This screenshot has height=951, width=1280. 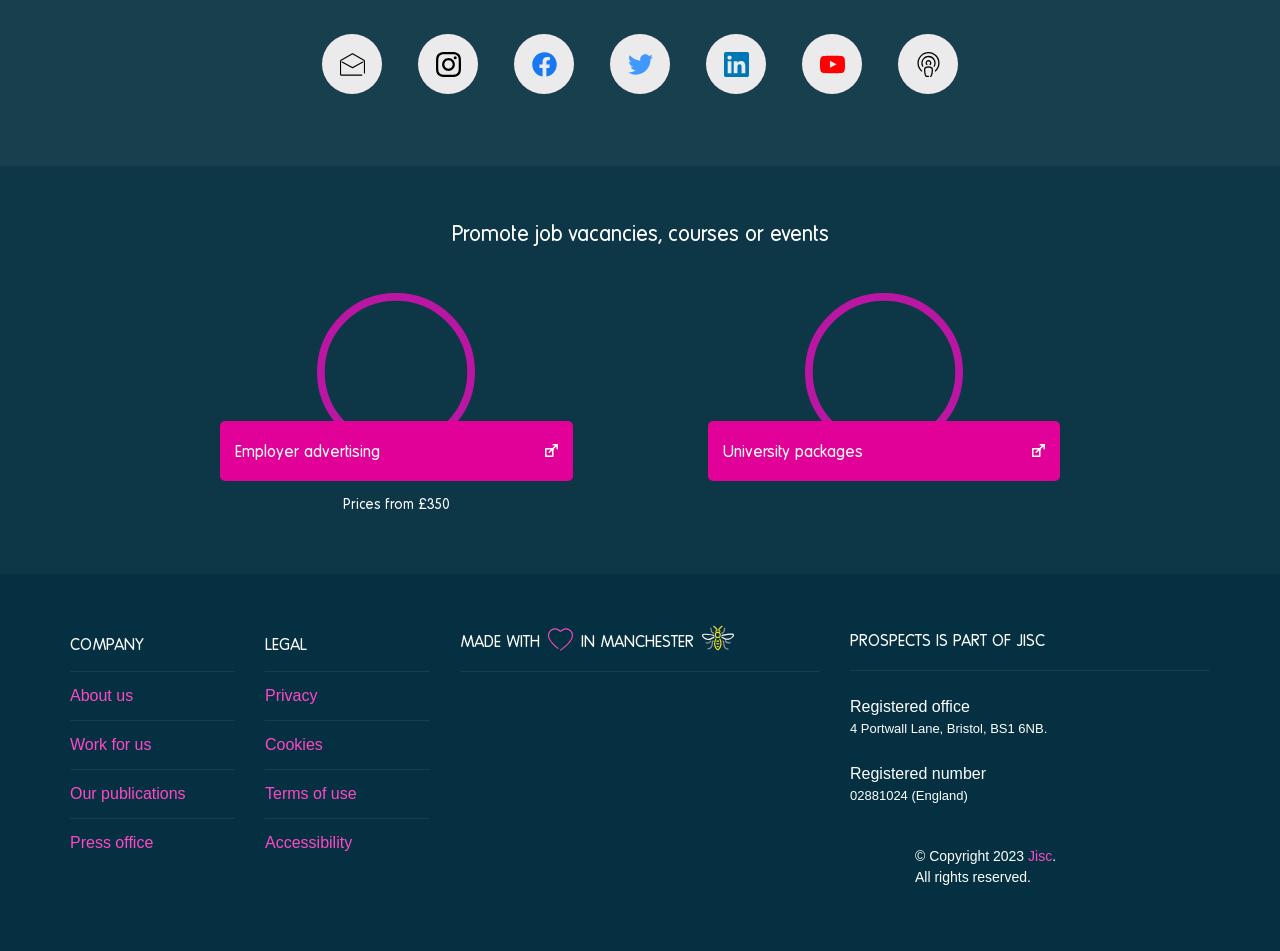 What do you see at coordinates (284, 641) in the screenshot?
I see `'Legal'` at bounding box center [284, 641].